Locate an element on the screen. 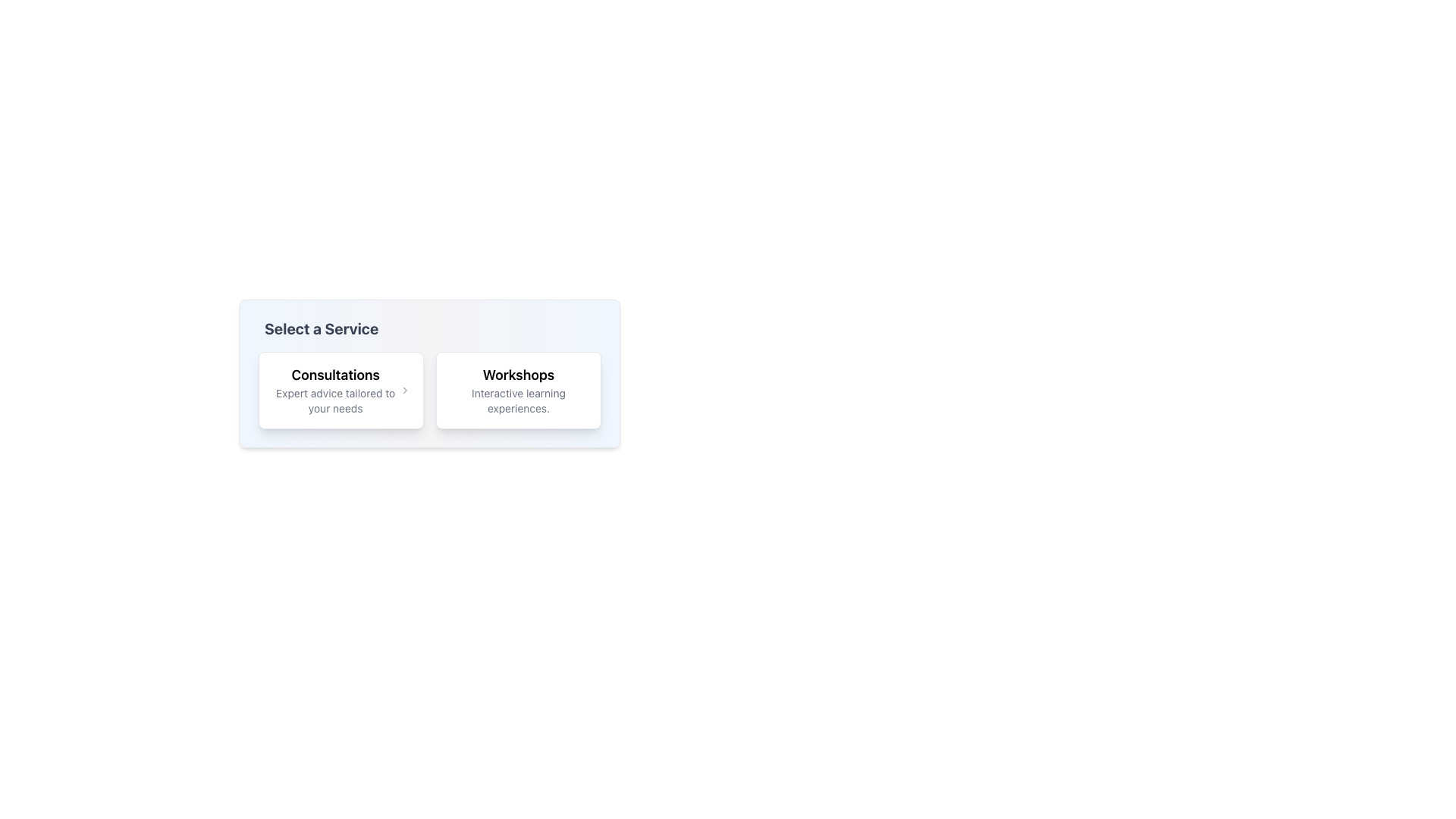 The image size is (1456, 819). the first card in the grid layout is located at coordinates (340, 390).